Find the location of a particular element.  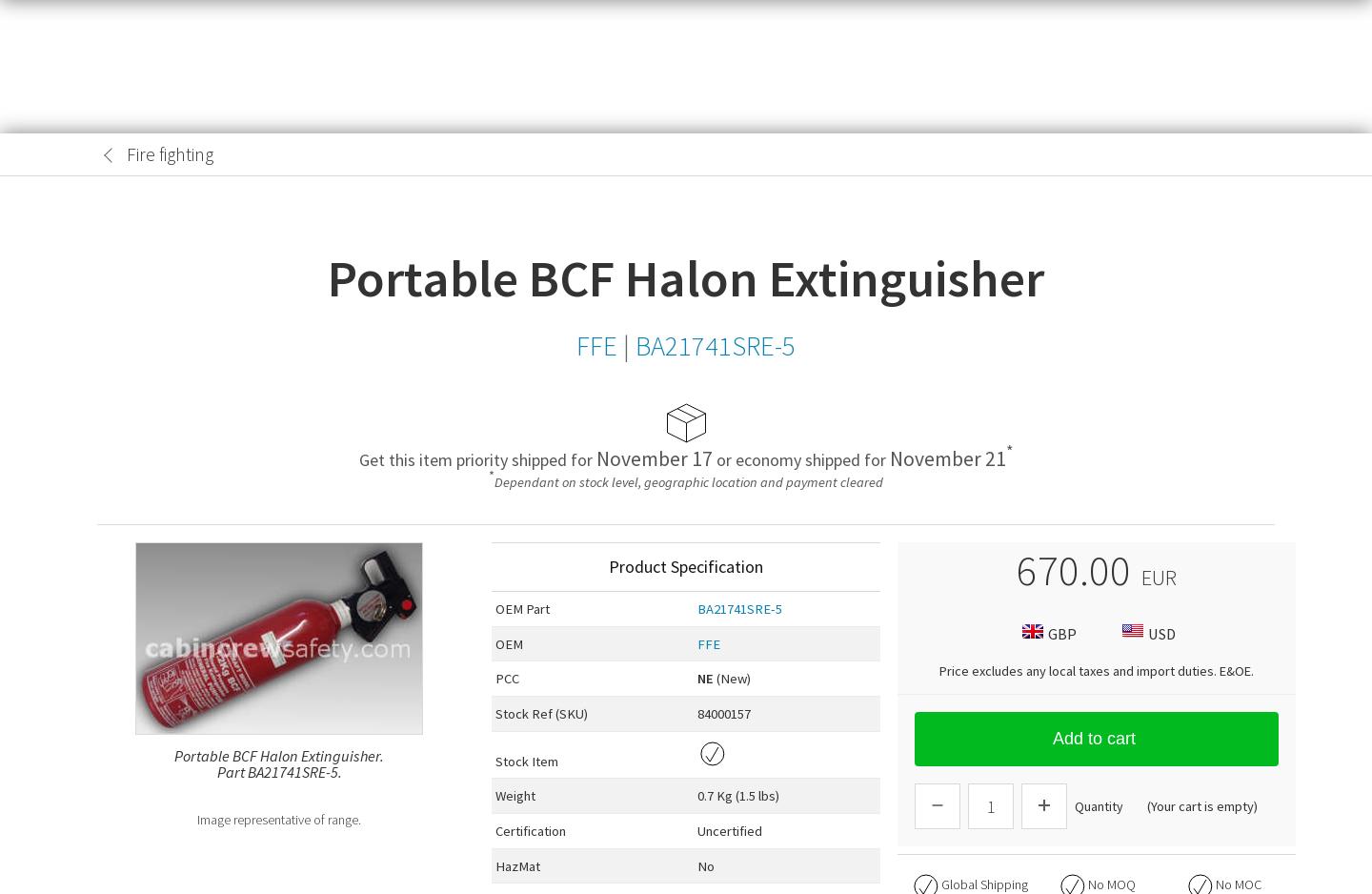

'Add to cart' is located at coordinates (1093, 737).